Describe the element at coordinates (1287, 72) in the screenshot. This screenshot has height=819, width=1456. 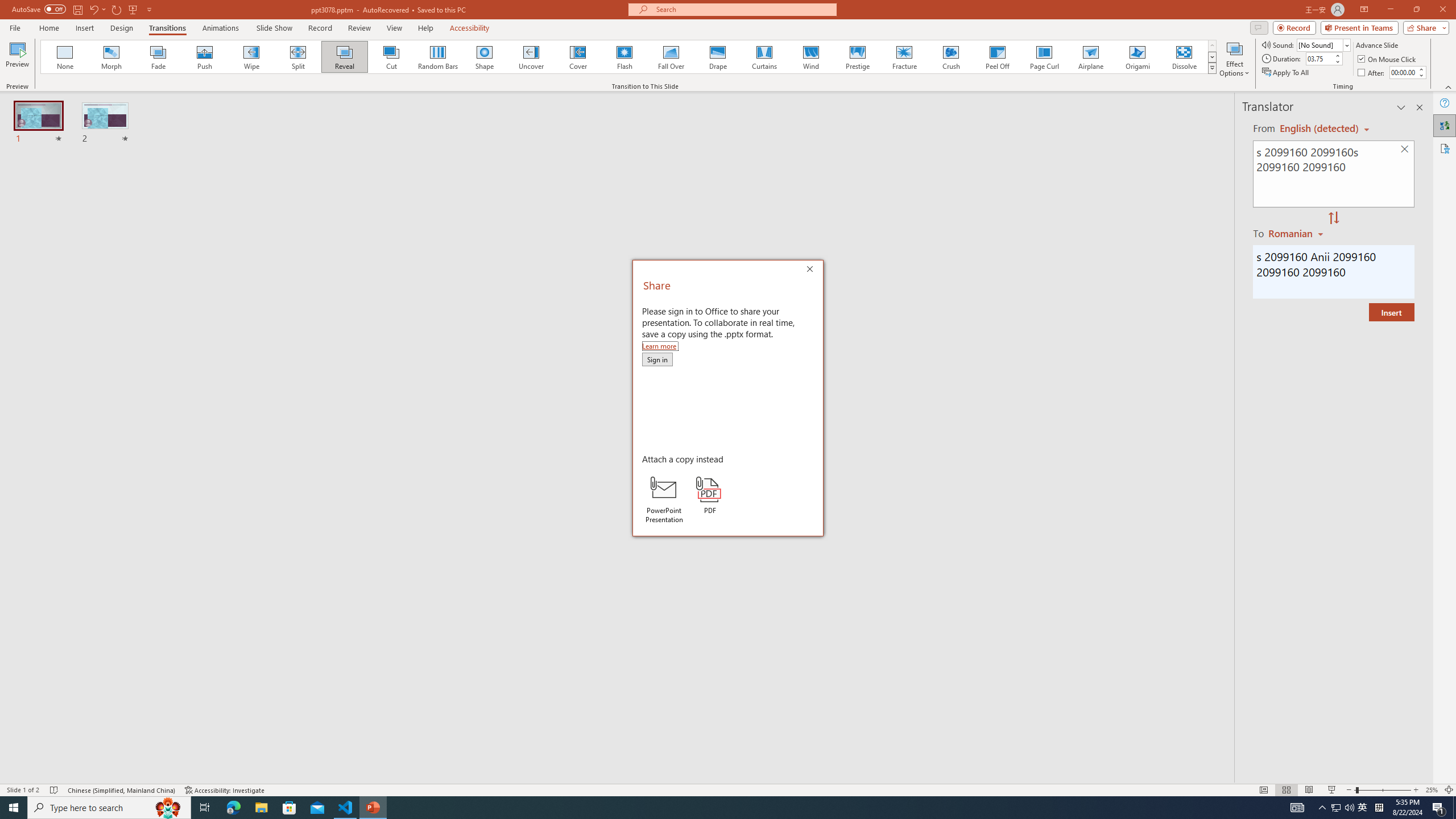
I see `'Apply To All'` at that location.